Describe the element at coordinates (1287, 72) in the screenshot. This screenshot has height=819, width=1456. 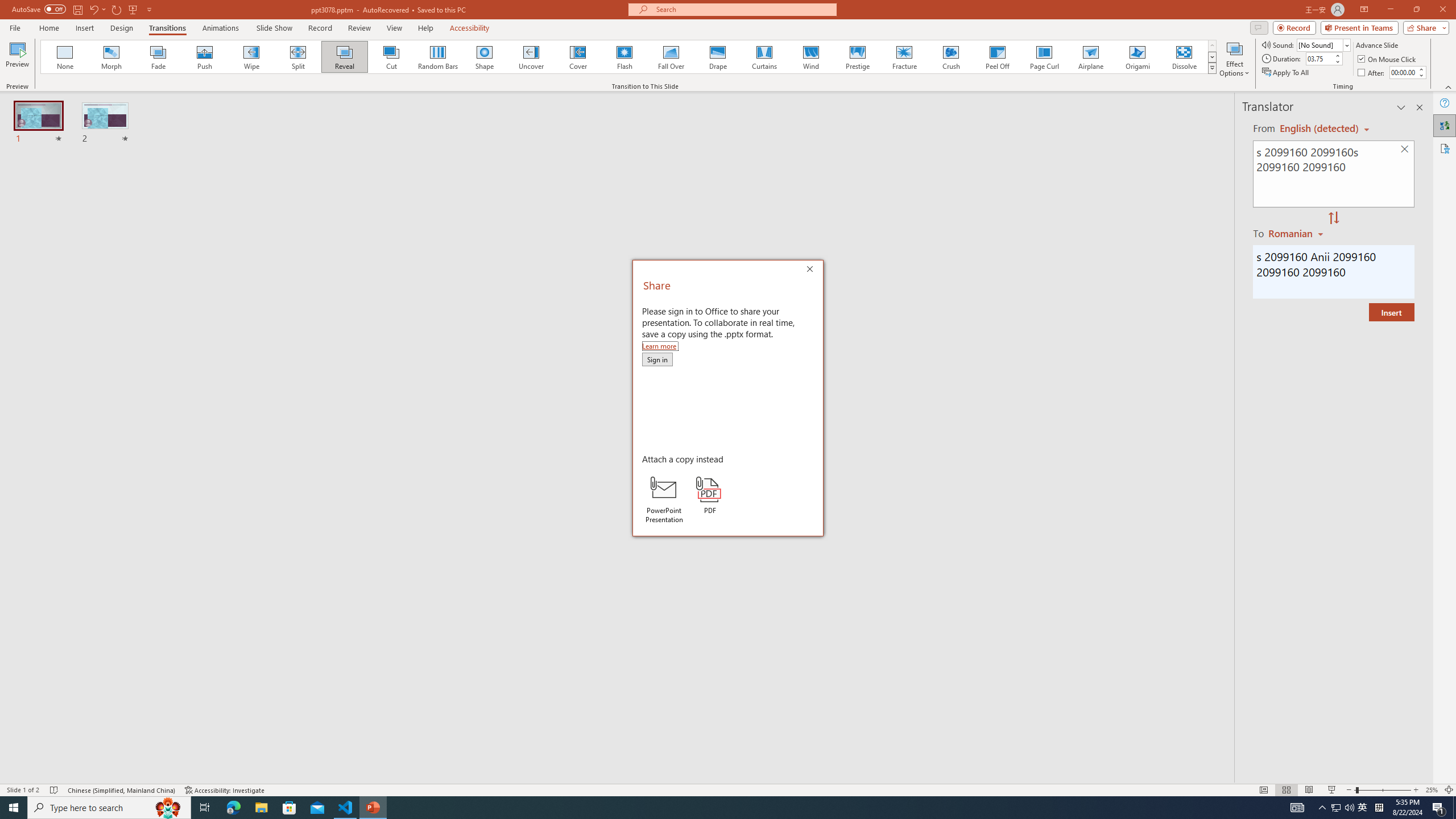
I see `'Apply To All'` at that location.